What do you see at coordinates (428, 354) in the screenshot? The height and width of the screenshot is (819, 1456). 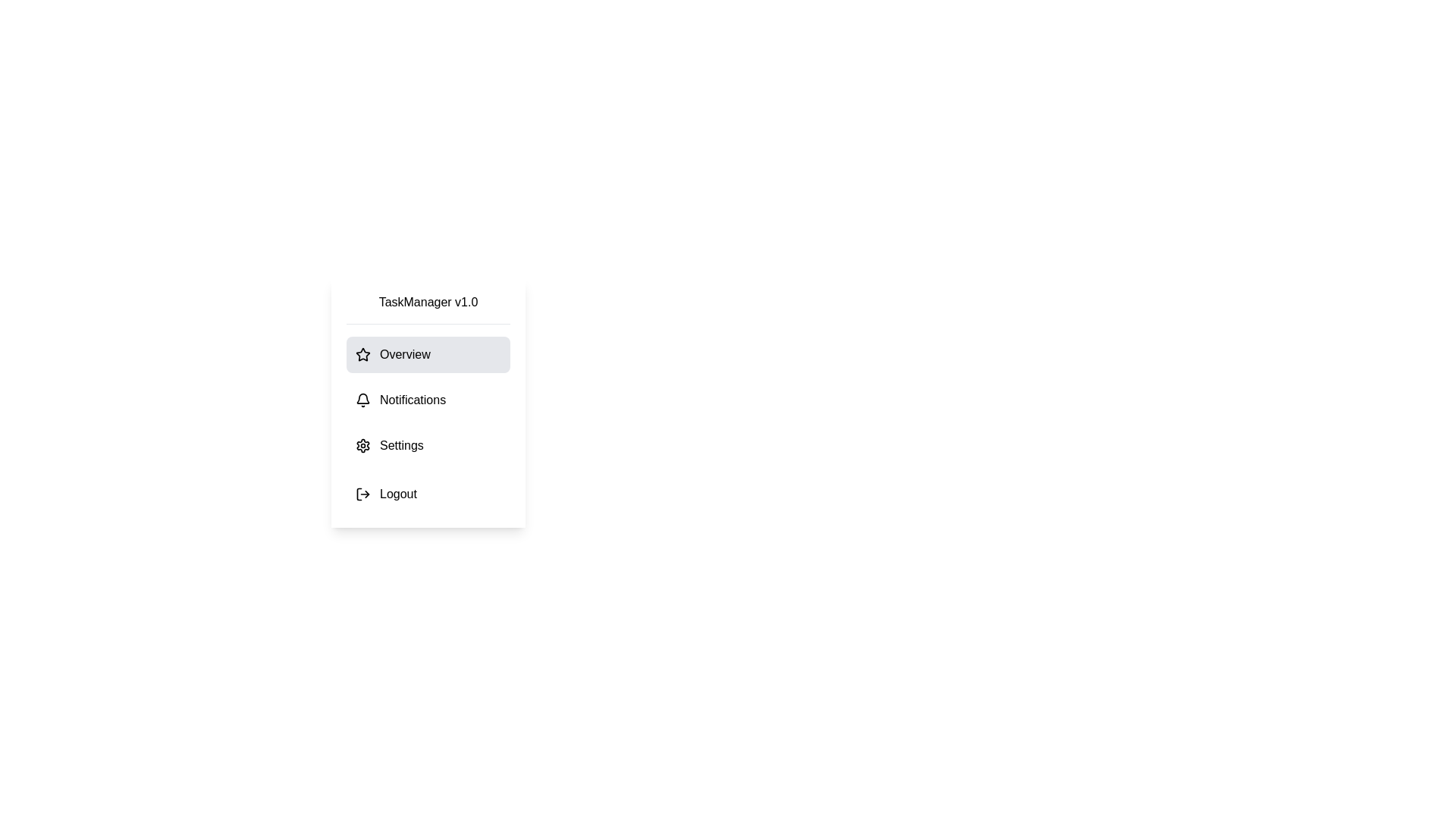 I see `the 'Overview' navigation button located in the sidebar beneath the 'TaskManager v1.0' header to trigger a visual effect` at bounding box center [428, 354].